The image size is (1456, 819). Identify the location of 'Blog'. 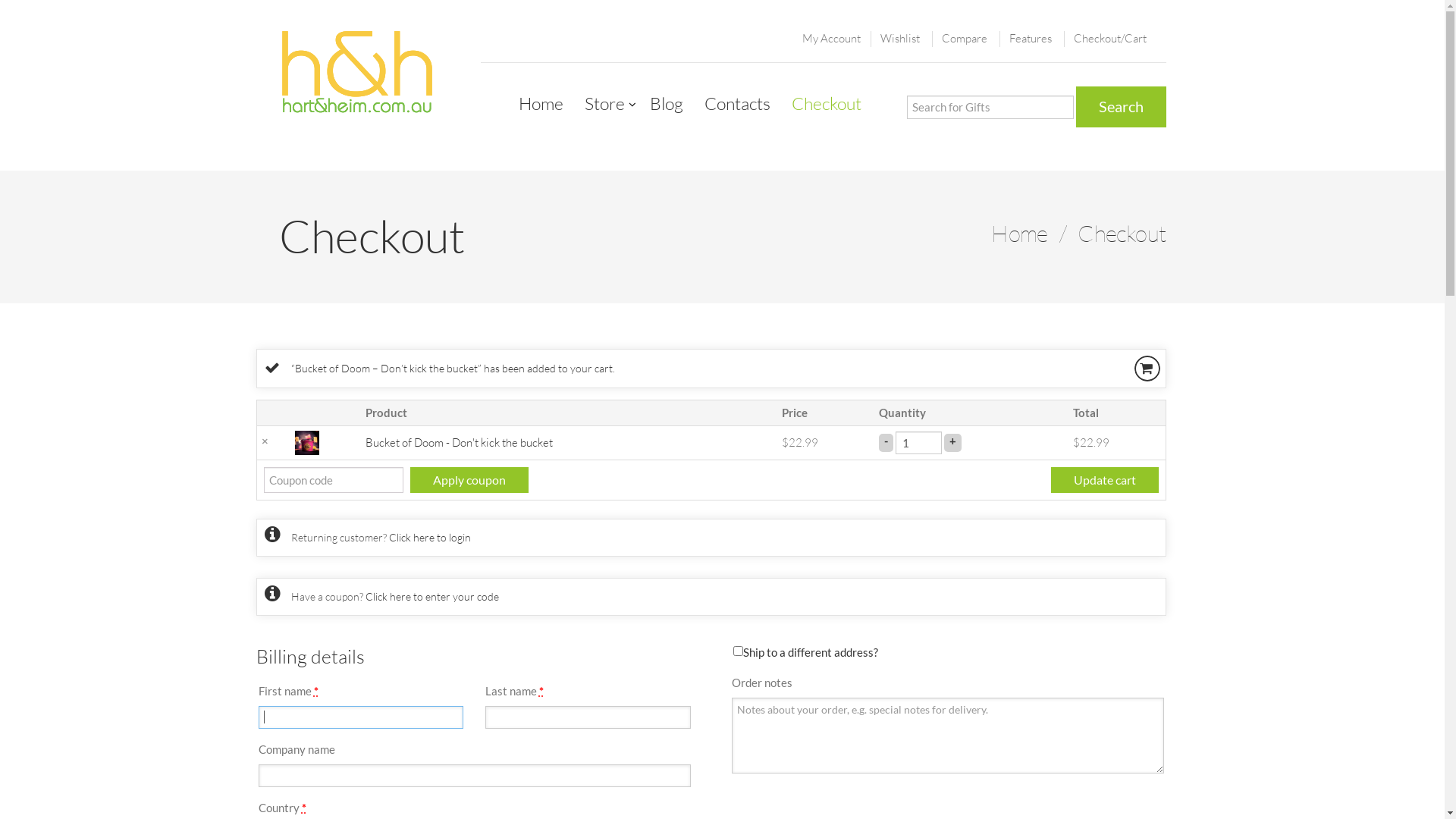
(666, 102).